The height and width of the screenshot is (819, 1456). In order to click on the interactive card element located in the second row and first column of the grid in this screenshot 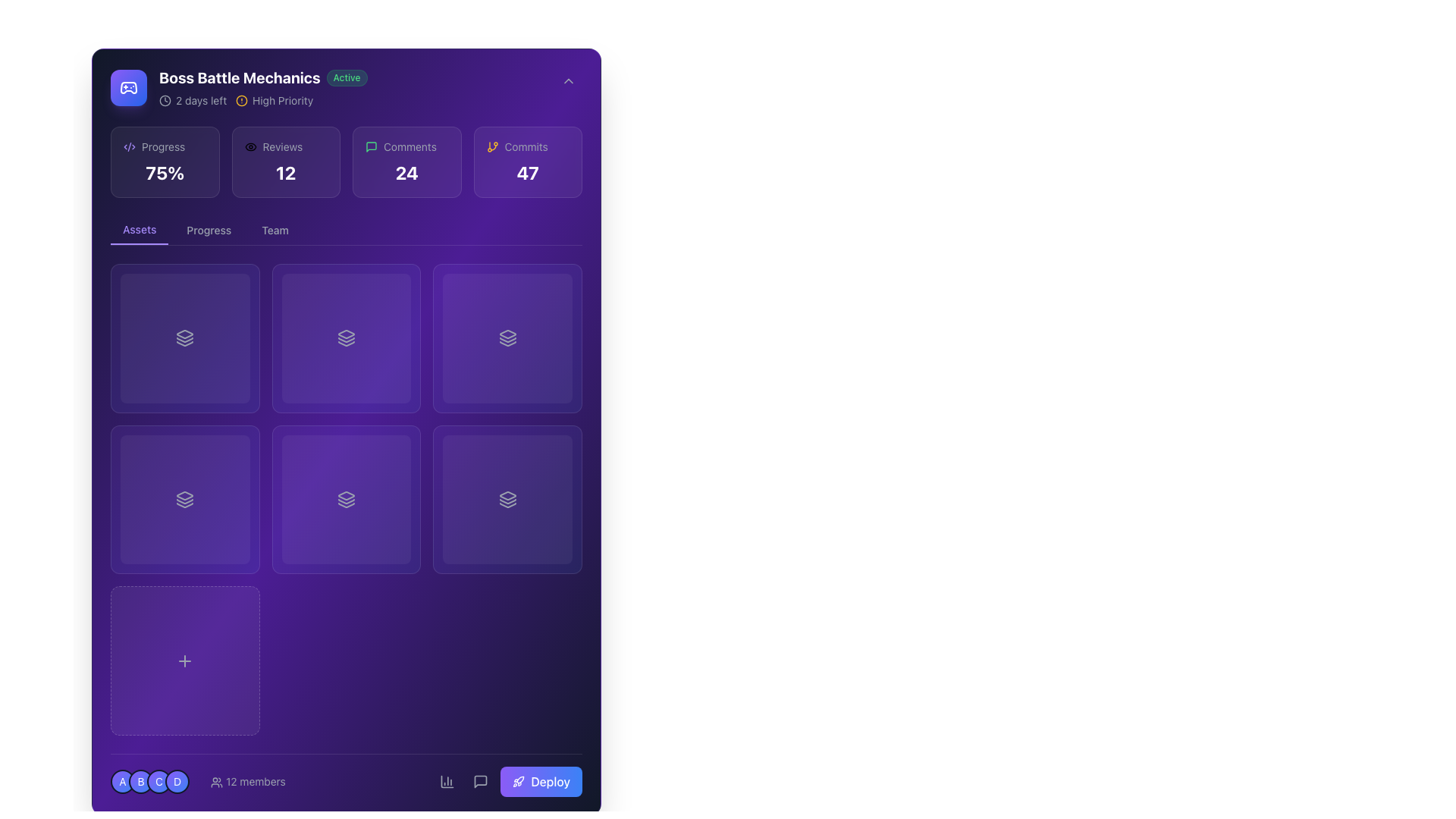, I will do `click(184, 500)`.